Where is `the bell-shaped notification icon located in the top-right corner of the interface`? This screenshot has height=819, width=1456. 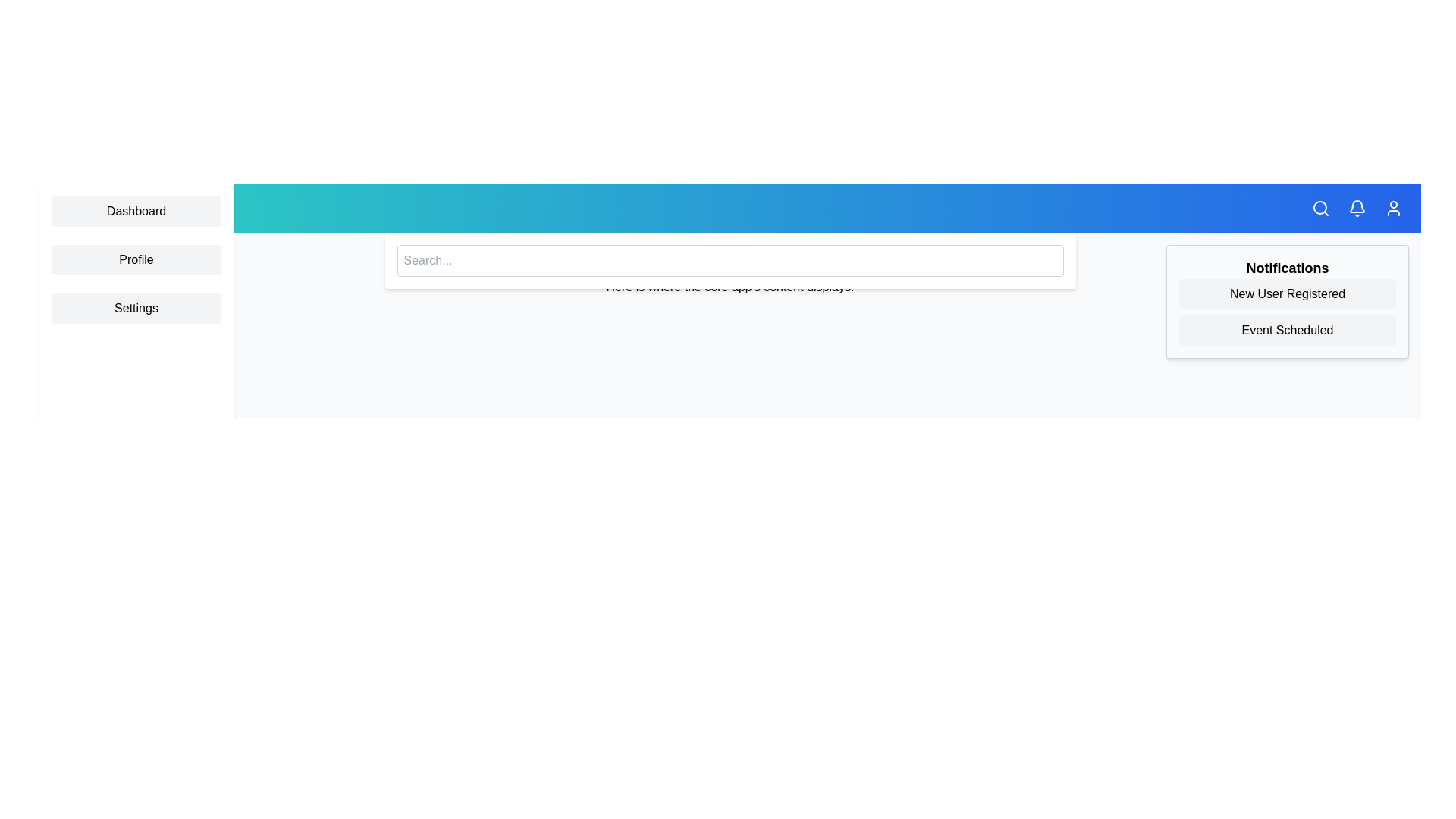 the bell-shaped notification icon located in the top-right corner of the interface is located at coordinates (1357, 208).